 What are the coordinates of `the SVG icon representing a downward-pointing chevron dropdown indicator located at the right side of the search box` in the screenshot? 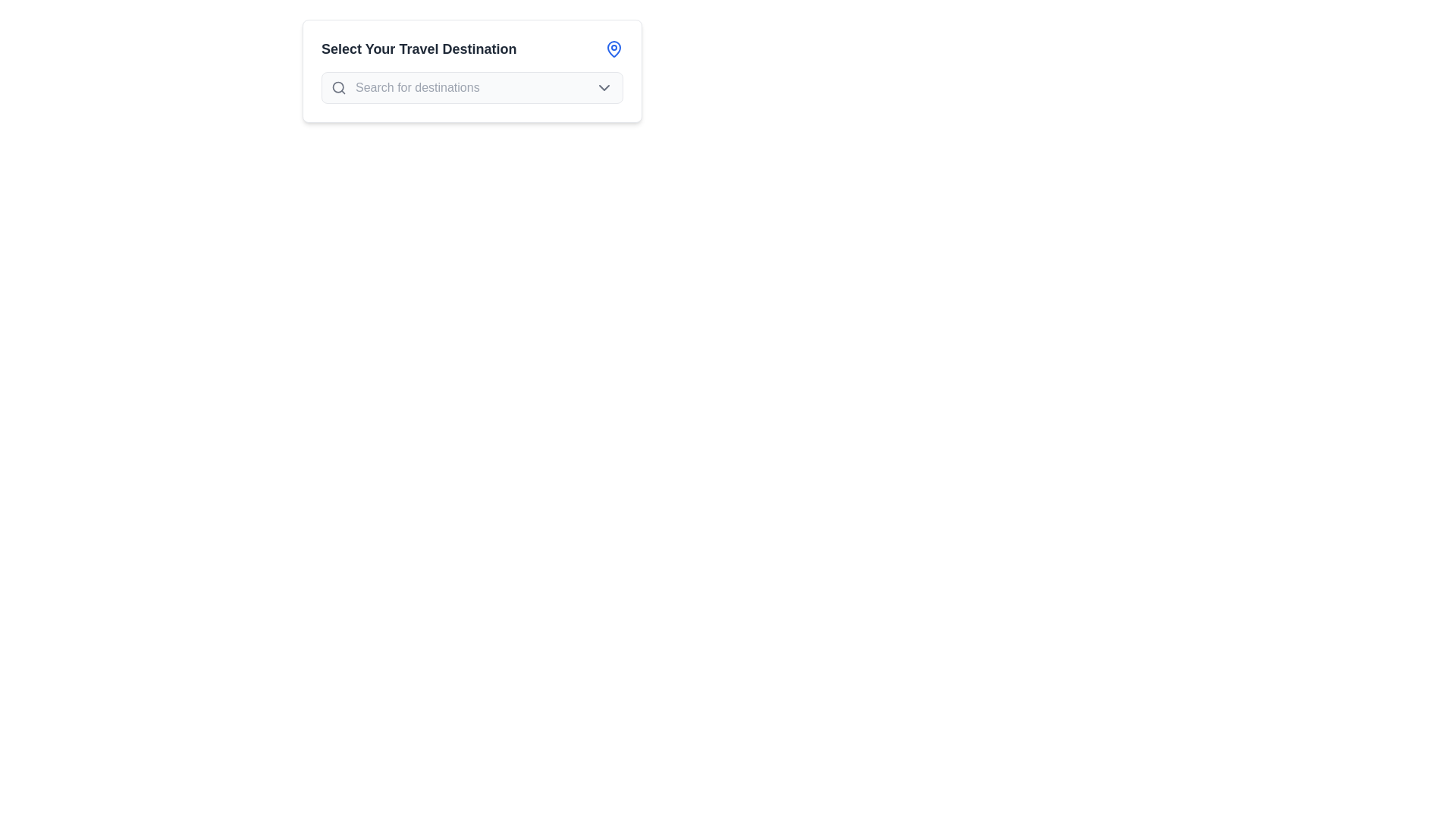 It's located at (603, 87).